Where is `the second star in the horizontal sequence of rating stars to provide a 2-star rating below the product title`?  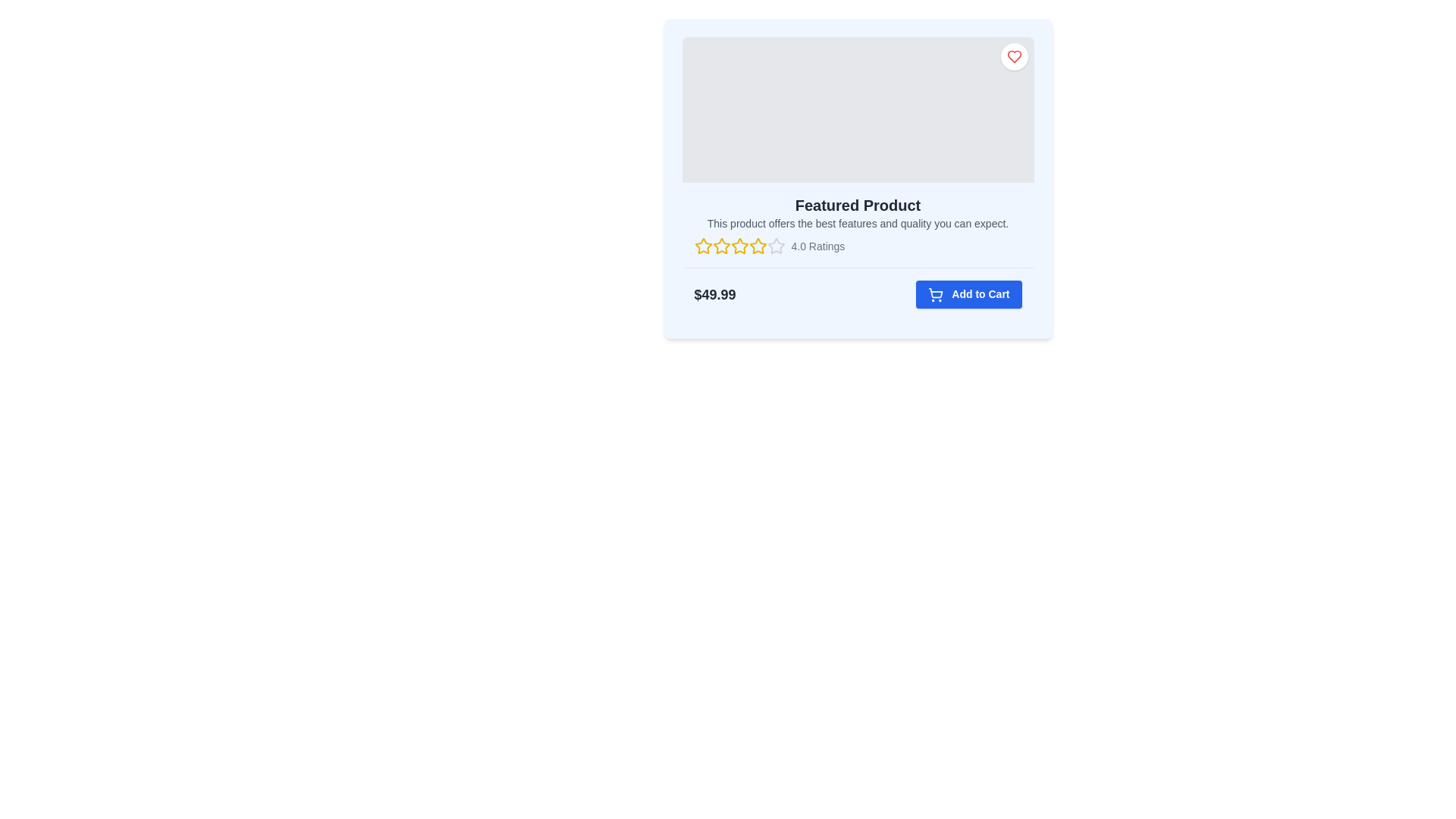 the second star in the horizontal sequence of rating stars to provide a 2-star rating below the product title is located at coordinates (739, 245).